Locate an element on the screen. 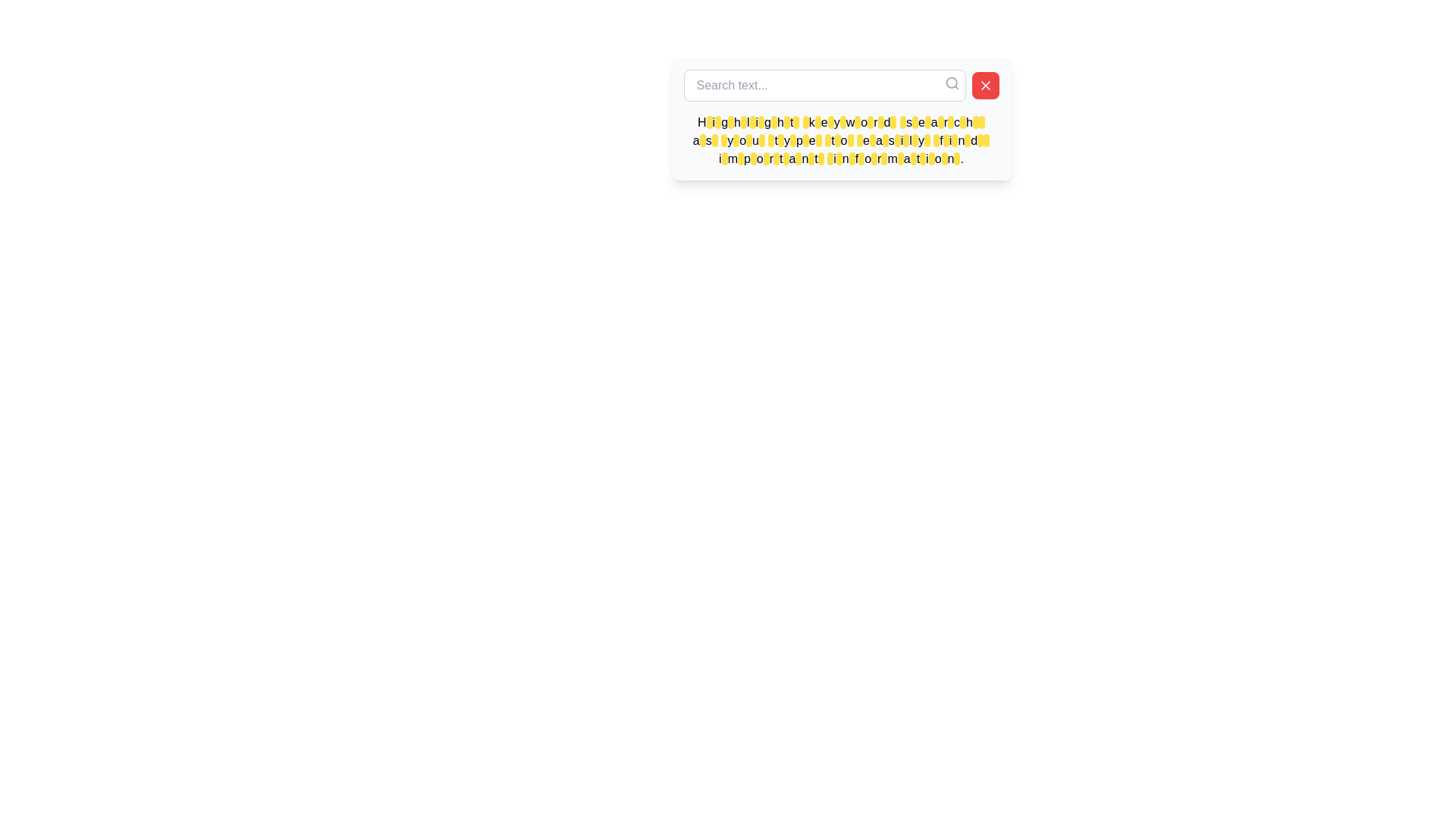  the Decorative Highlight, which is located at the center of the bottom row of highlighted segments in a tooltip displaying highlighted keywords is located at coordinates (780, 140).